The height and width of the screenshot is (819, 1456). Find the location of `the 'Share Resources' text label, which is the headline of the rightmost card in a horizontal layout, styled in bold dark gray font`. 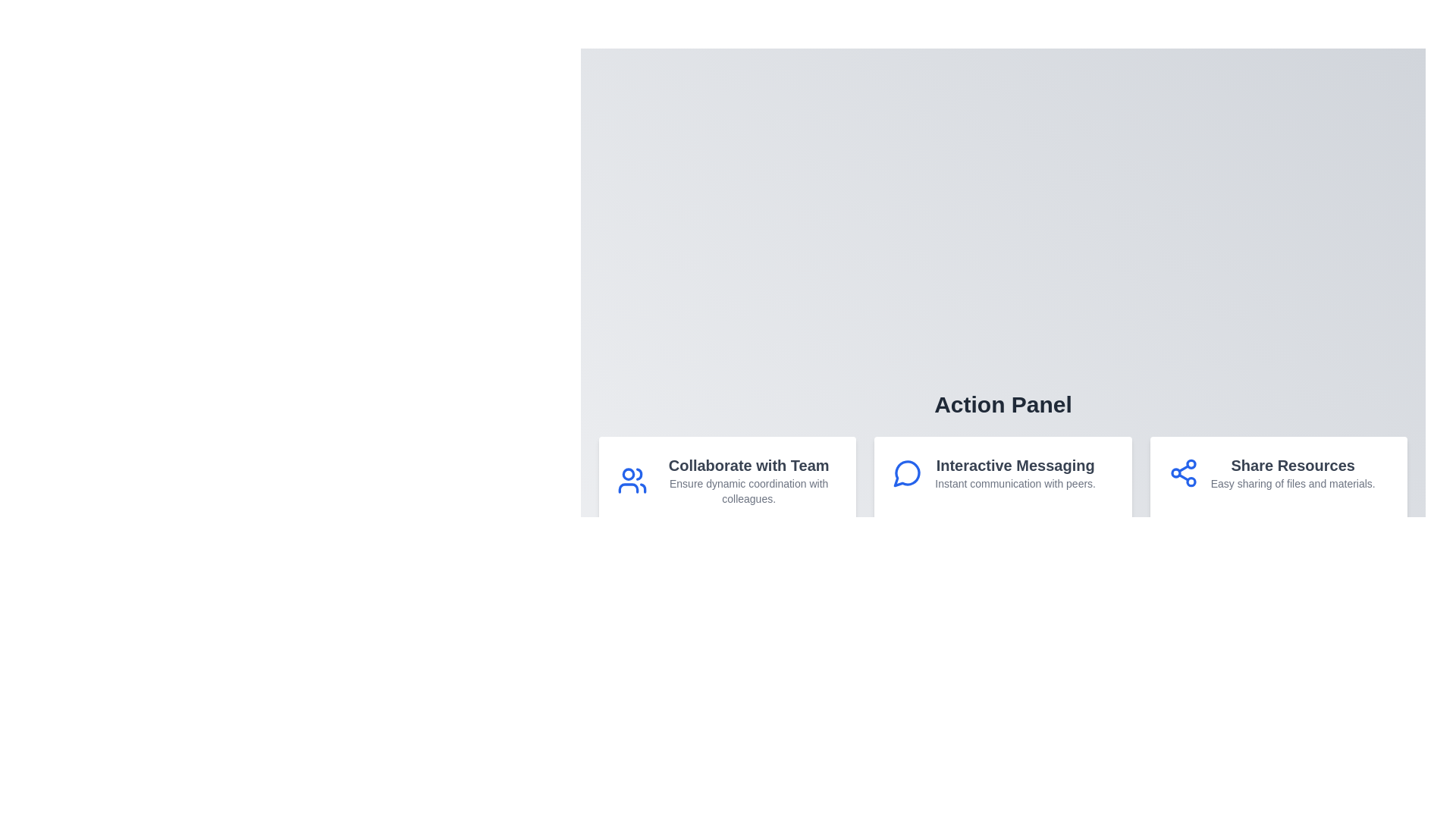

the 'Share Resources' text label, which is the headline of the rightmost card in a horizontal layout, styled in bold dark gray font is located at coordinates (1292, 464).